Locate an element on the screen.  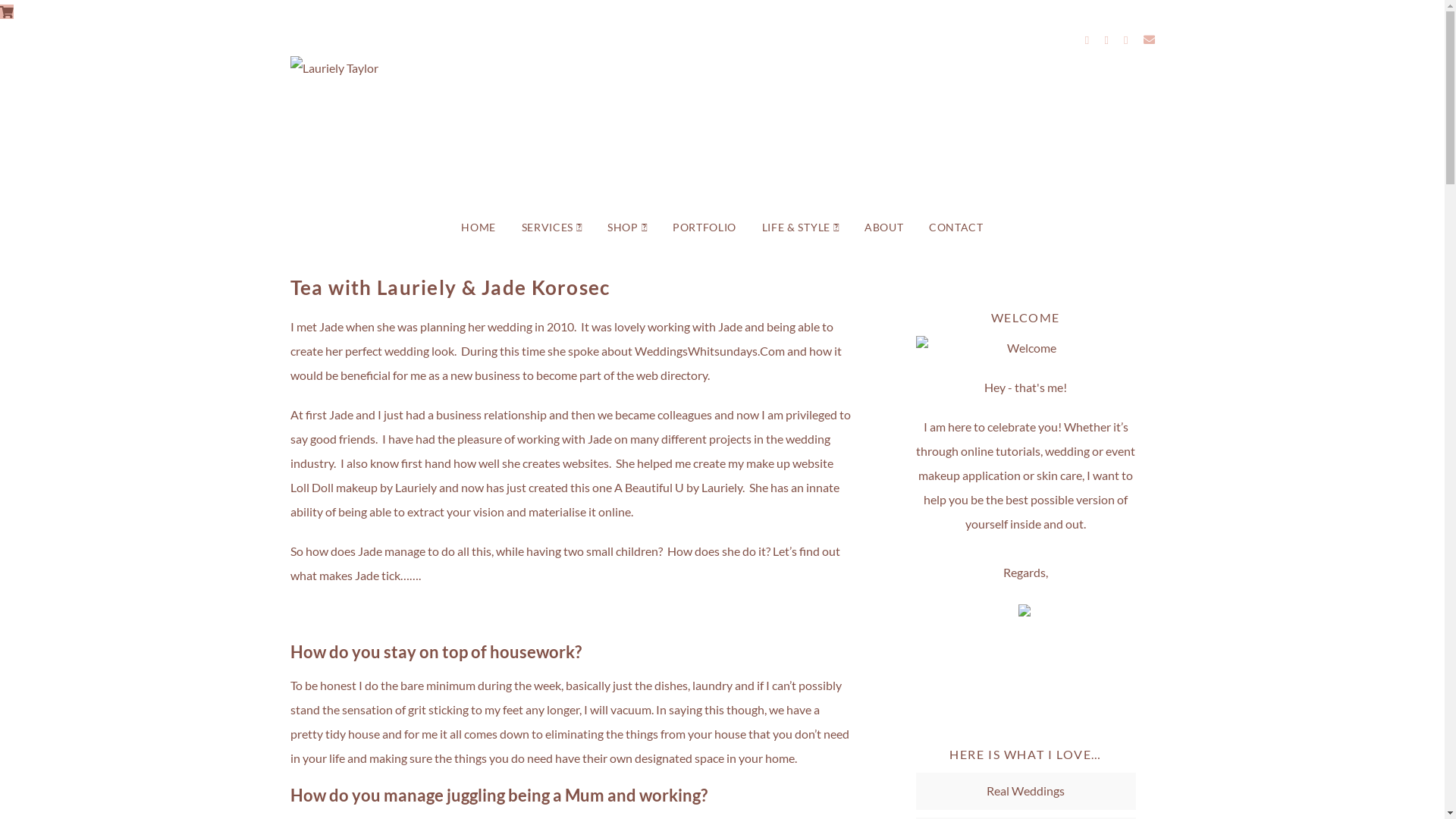
'Facebook' is located at coordinates (1087, 39).